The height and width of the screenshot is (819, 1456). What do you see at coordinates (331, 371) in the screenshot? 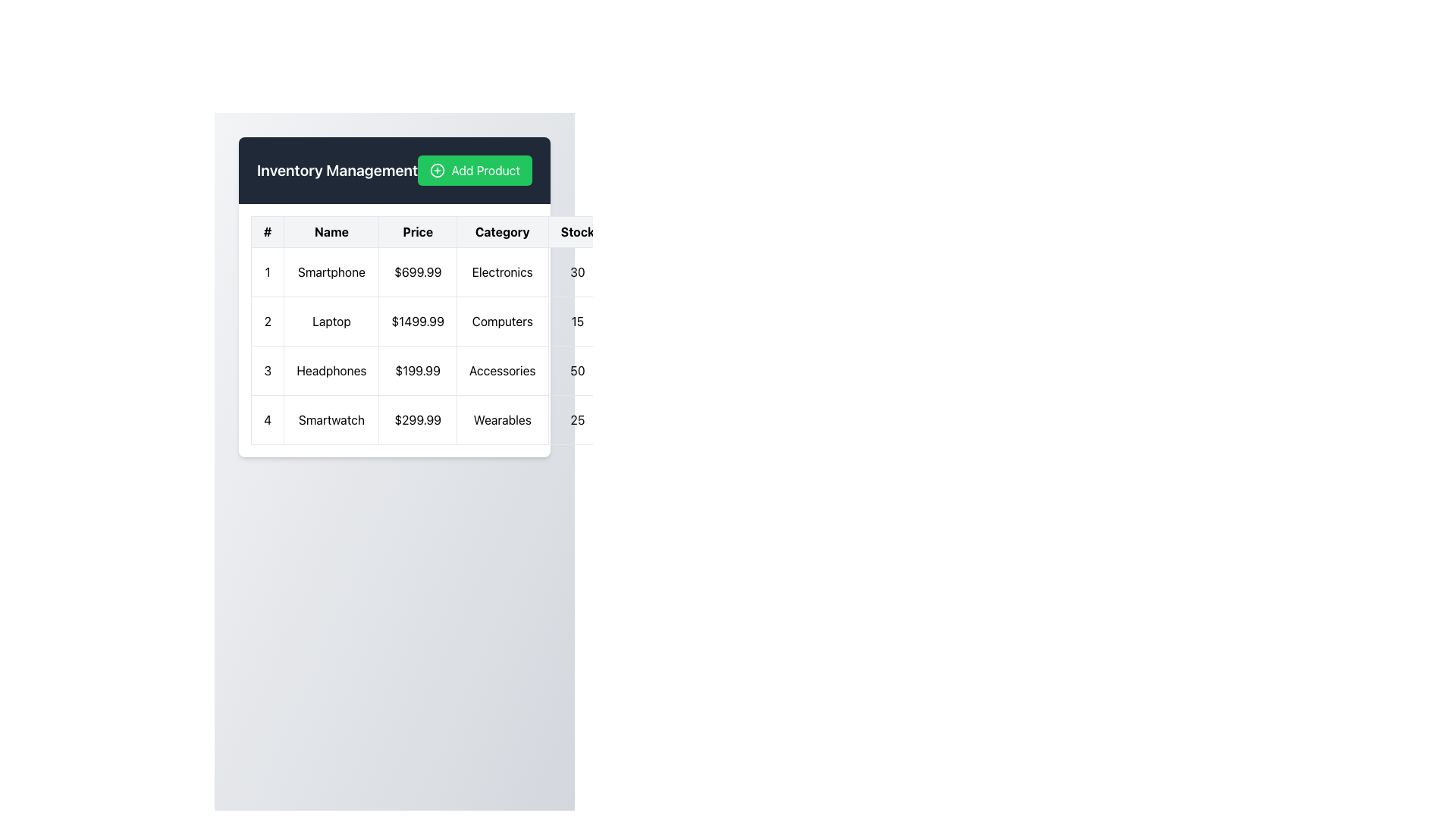
I see `the label 'Headphones' in the second column of the table, which is located in the third row, adjacent to the numeric label '3' and the price label '$199.99'` at bounding box center [331, 371].